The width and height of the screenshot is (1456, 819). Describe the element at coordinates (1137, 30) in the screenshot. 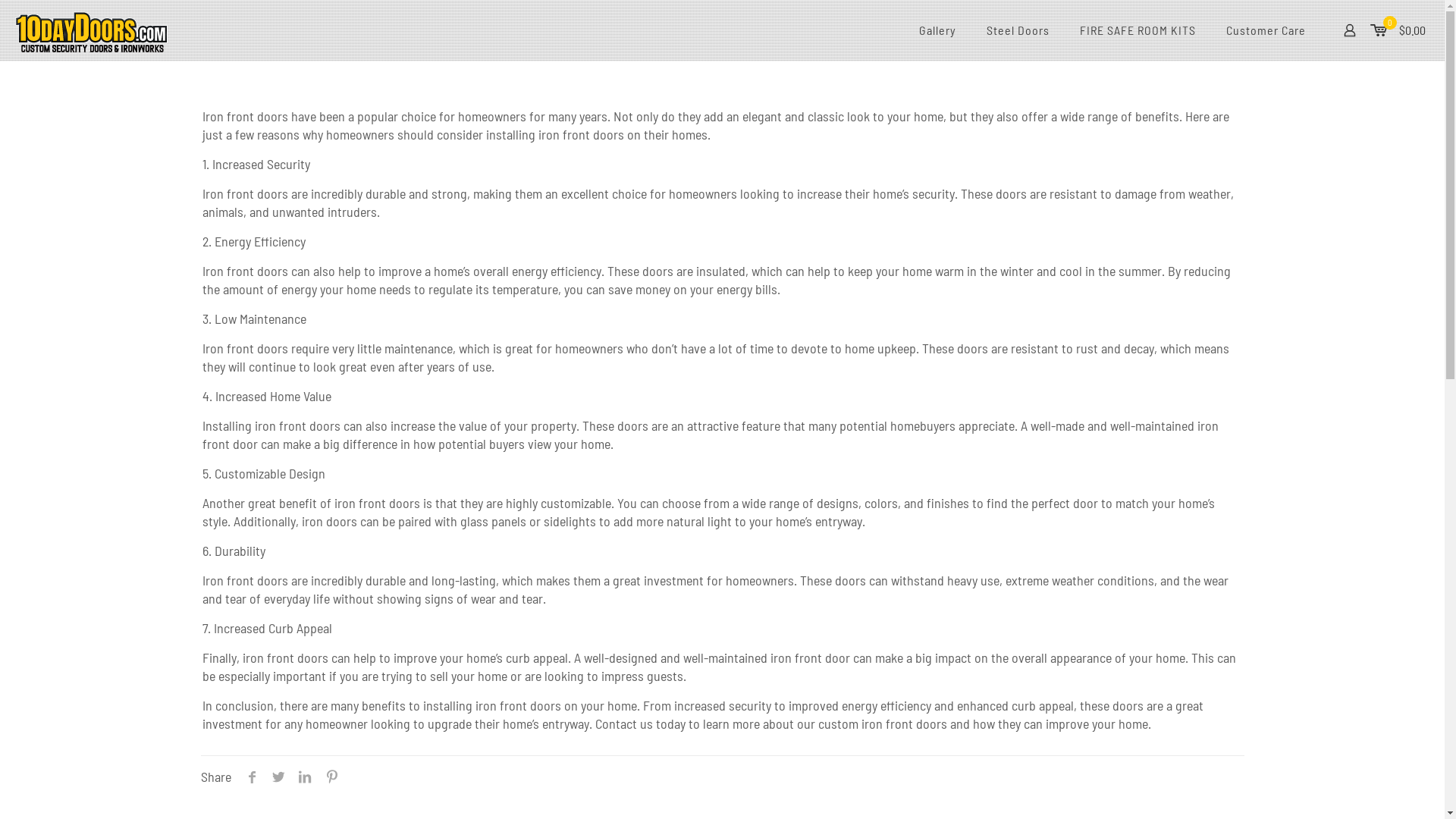

I see `'FIRE SAFE ROOM KITS'` at that location.